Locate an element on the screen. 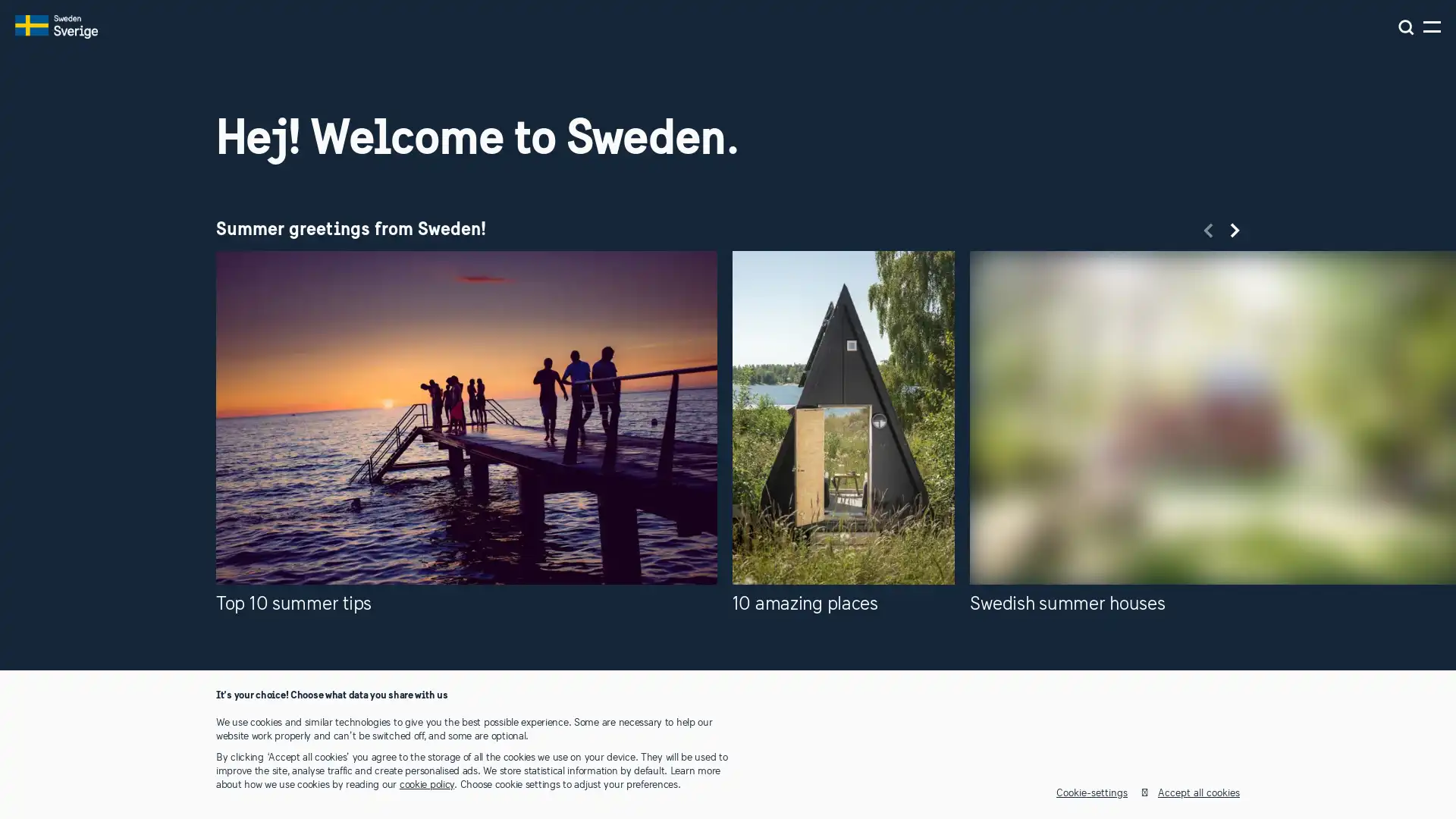  Cookie-settings is located at coordinates (1092, 792).